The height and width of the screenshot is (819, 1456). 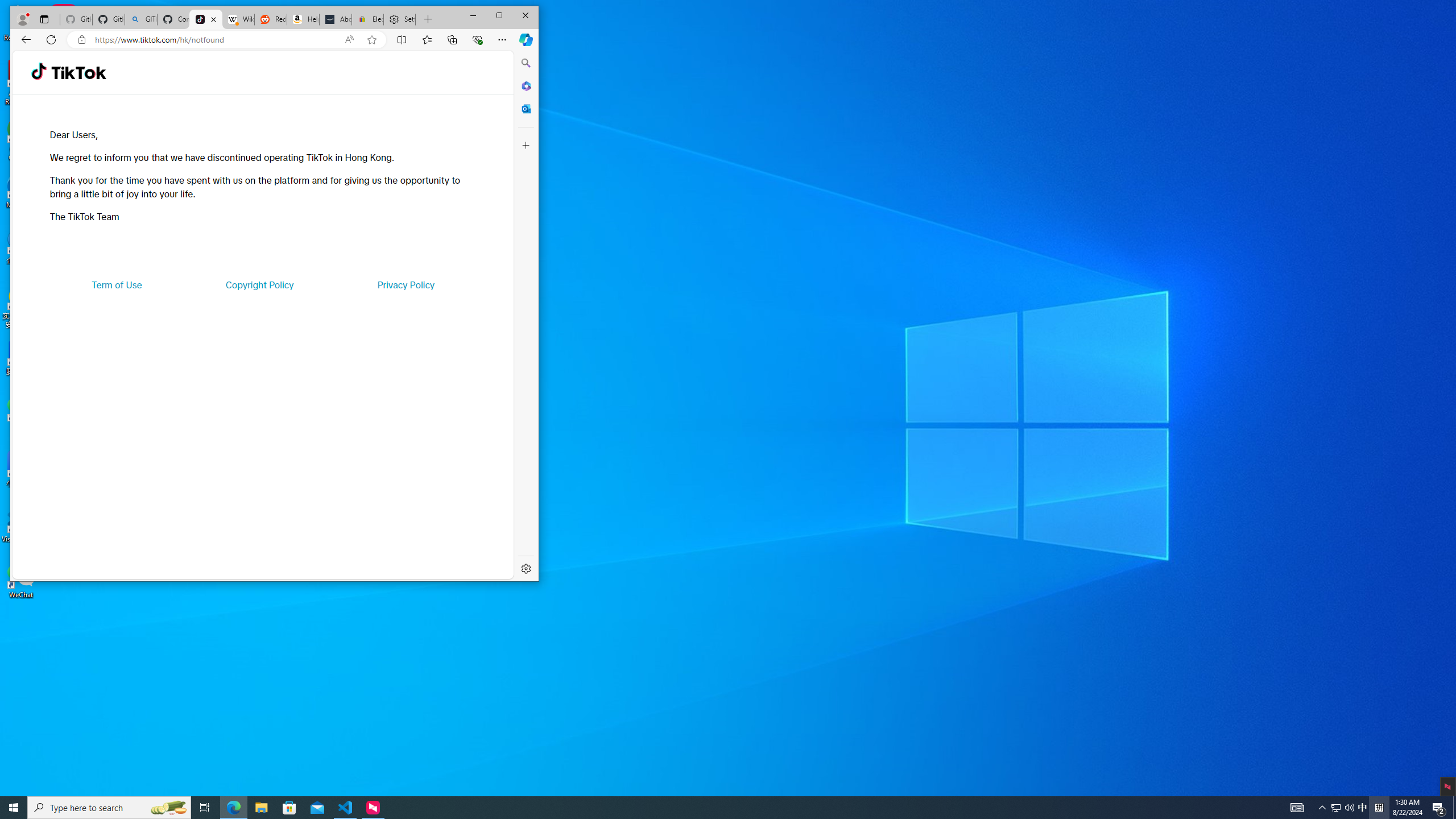 What do you see at coordinates (1349, 806) in the screenshot?
I see `'Q2790: 100%'` at bounding box center [1349, 806].